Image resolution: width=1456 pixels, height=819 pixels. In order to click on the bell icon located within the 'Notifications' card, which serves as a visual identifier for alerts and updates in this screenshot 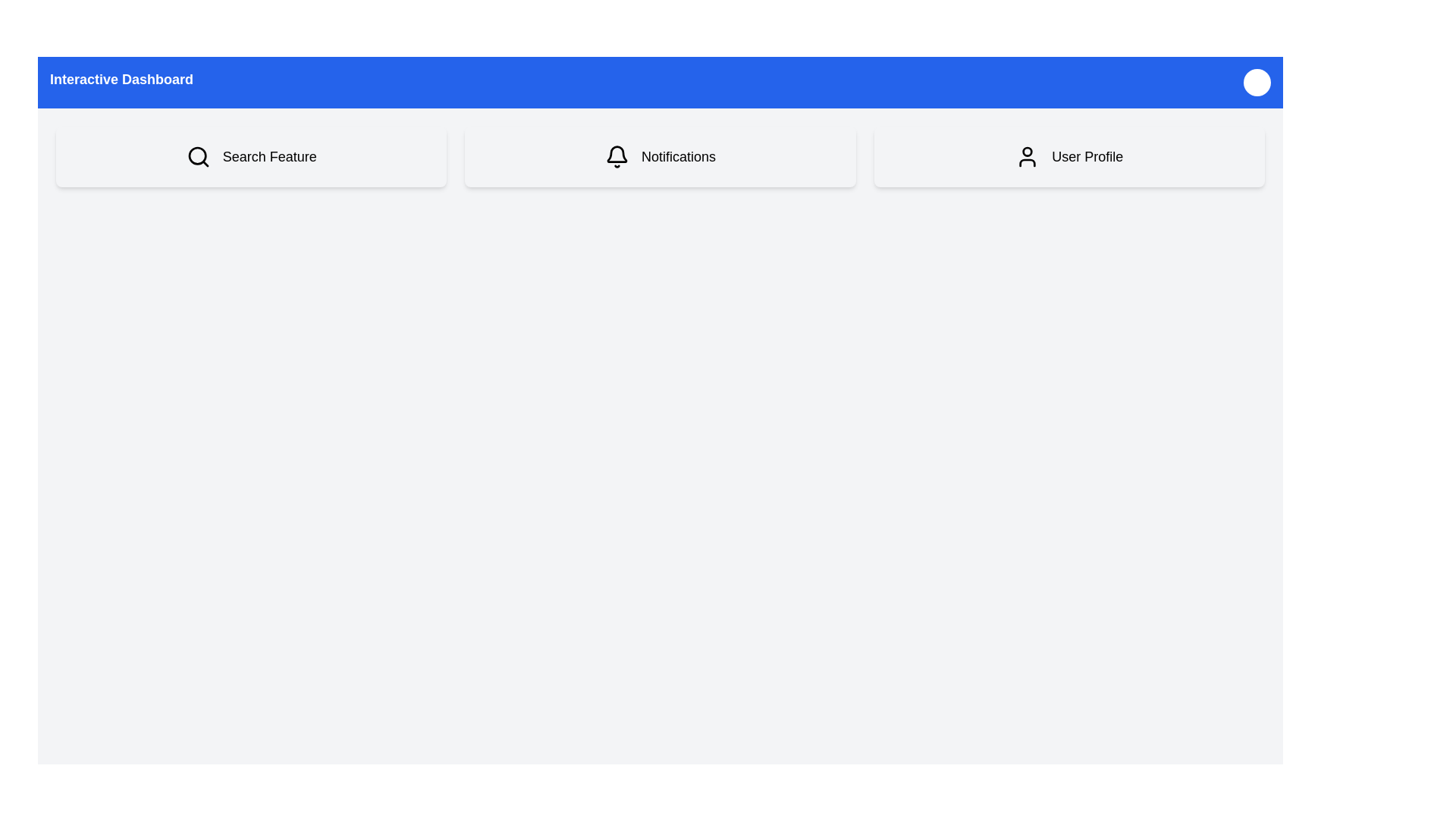, I will do `click(617, 157)`.